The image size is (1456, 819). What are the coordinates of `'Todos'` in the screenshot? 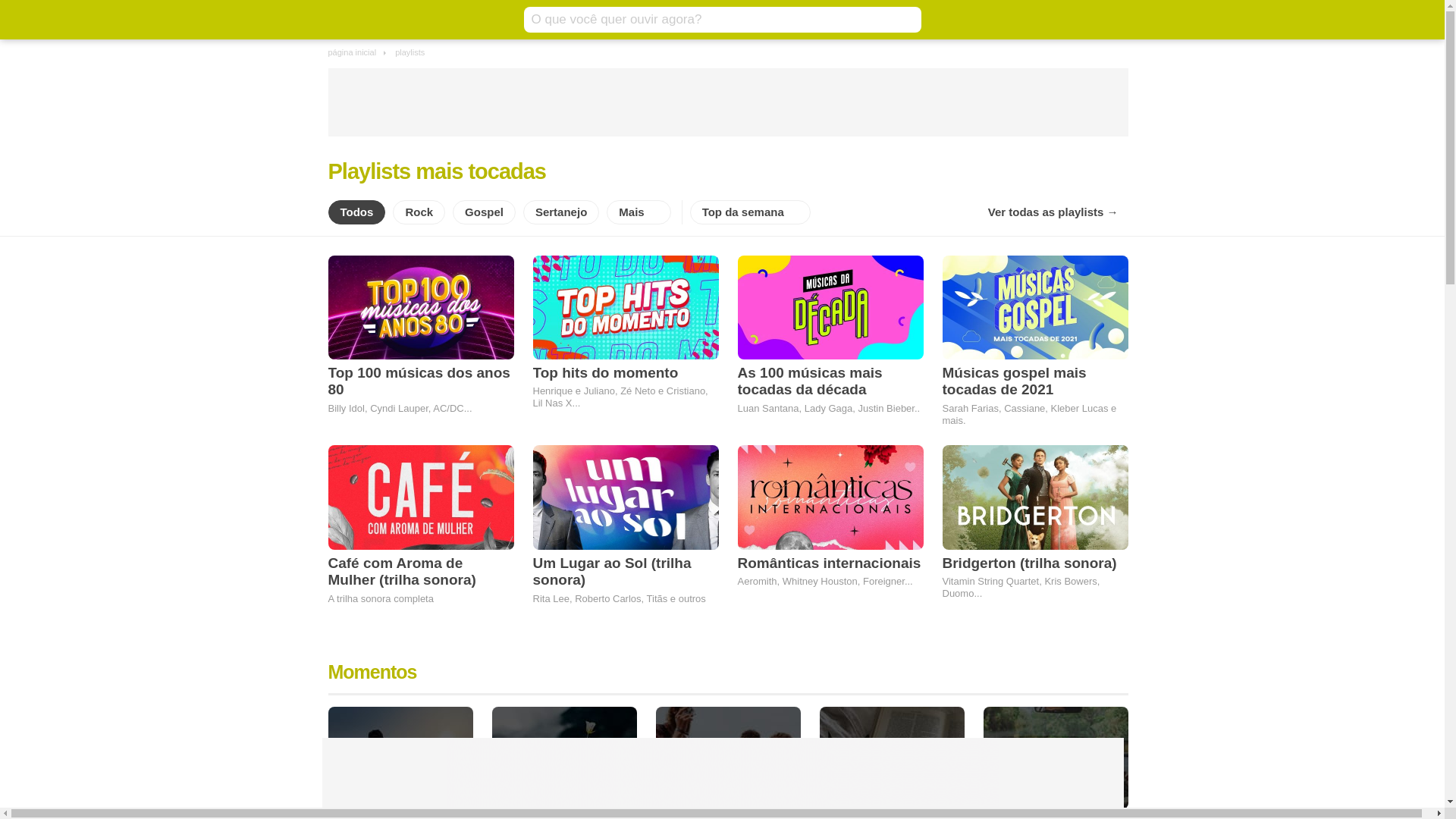 It's located at (356, 212).